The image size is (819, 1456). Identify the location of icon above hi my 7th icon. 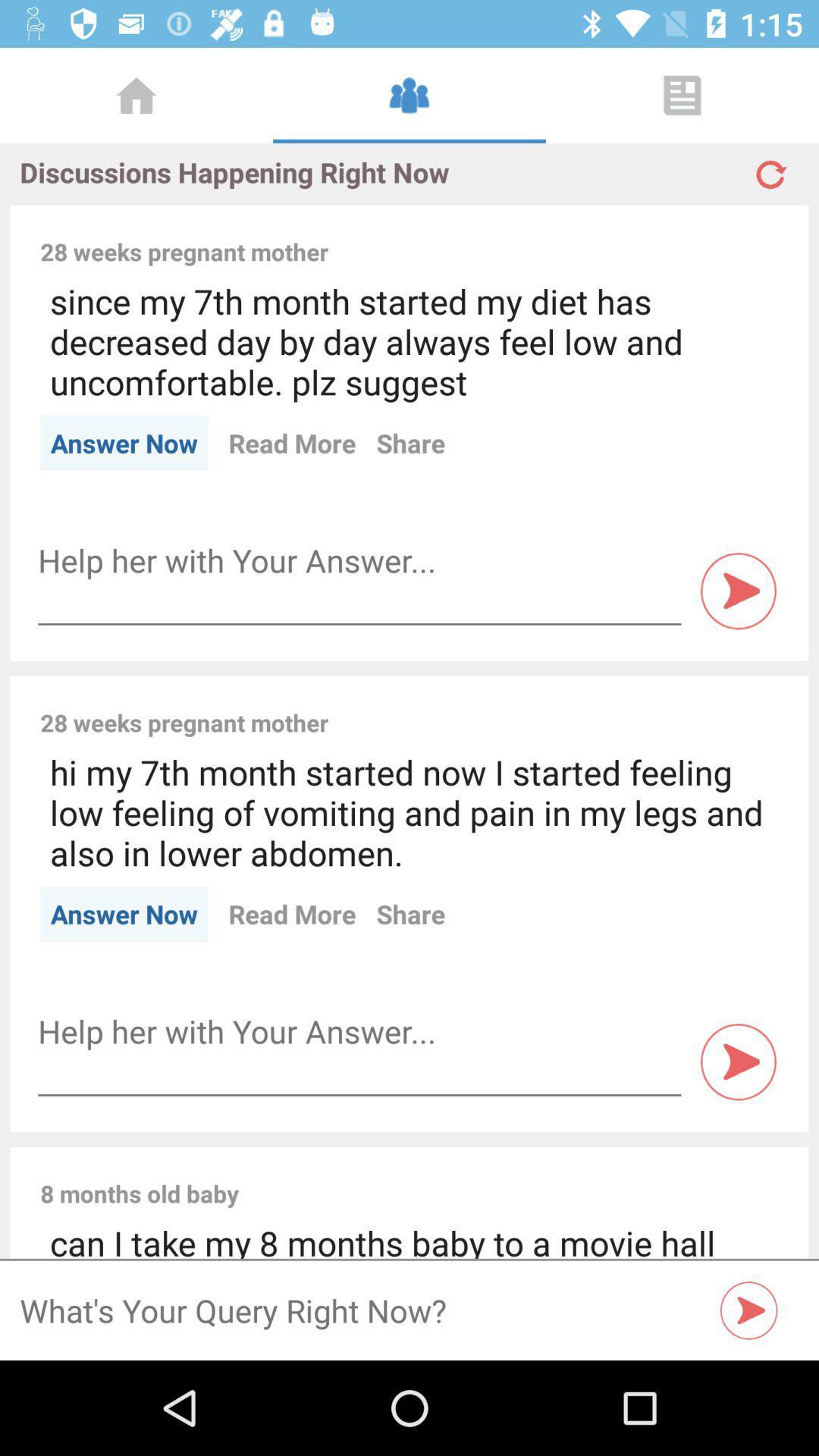
(563, 705).